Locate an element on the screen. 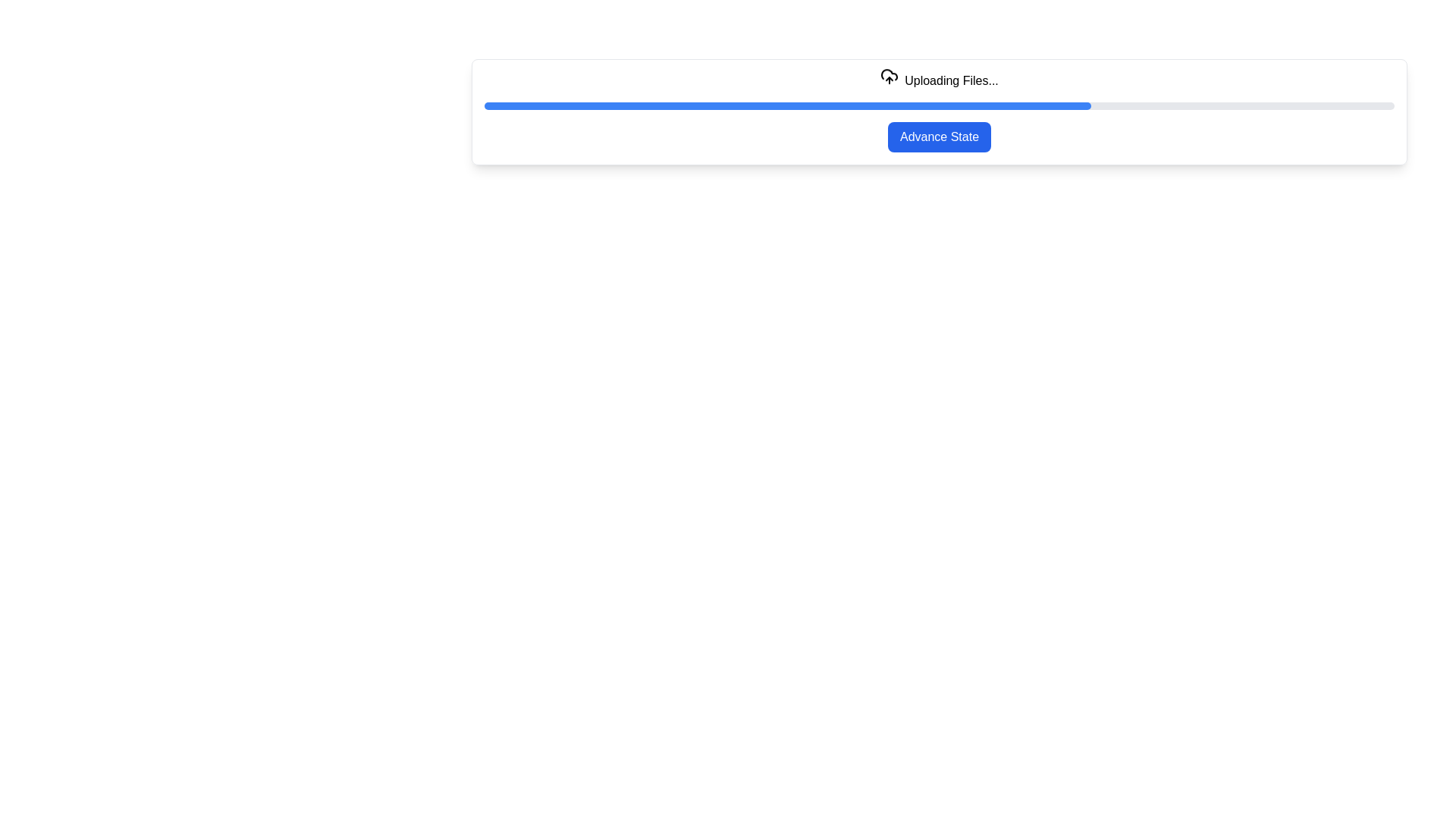 Image resolution: width=1456 pixels, height=819 pixels. the text label 'Uploading Files...' which is accompanied by a cloud icon with an upward arrow, located at the top-center above the progress bar and 'Advance State' button is located at coordinates (938, 81).